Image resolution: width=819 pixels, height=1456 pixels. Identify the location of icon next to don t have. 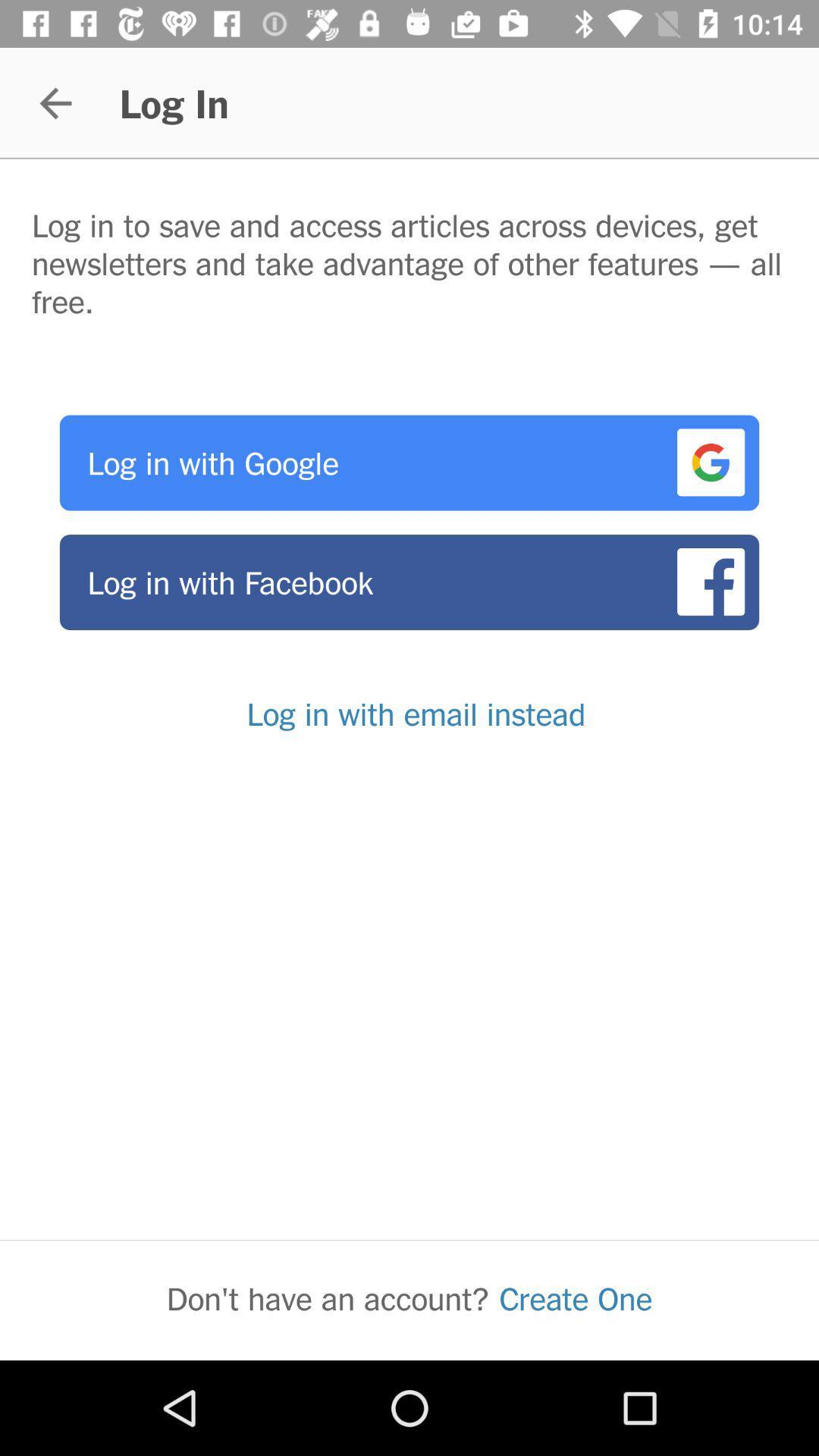
(576, 1298).